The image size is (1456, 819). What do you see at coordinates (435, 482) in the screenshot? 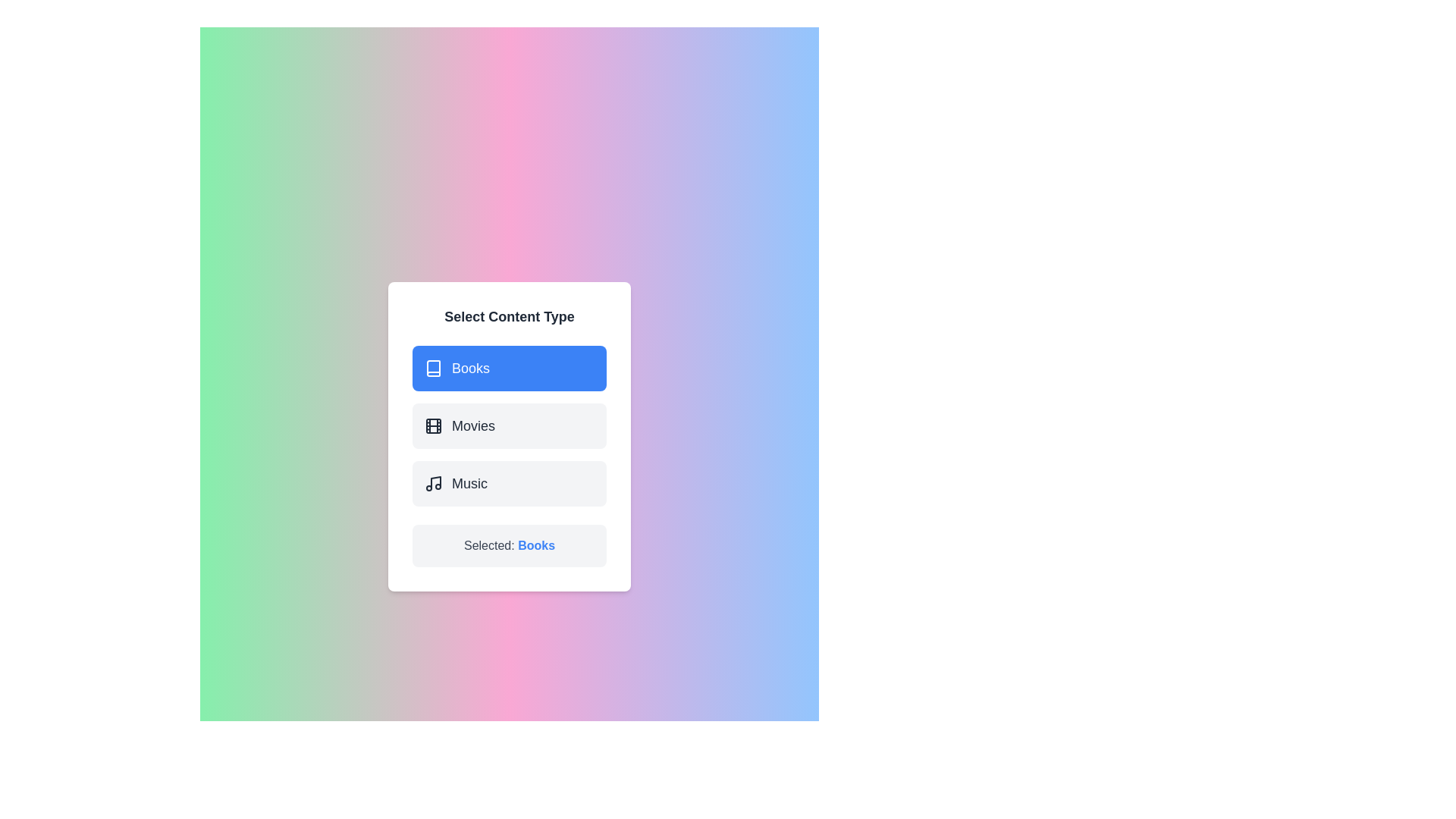
I see `the central vertical line of the music icon, which is the third option in the vertical selection menu next to the 'Music' label` at bounding box center [435, 482].